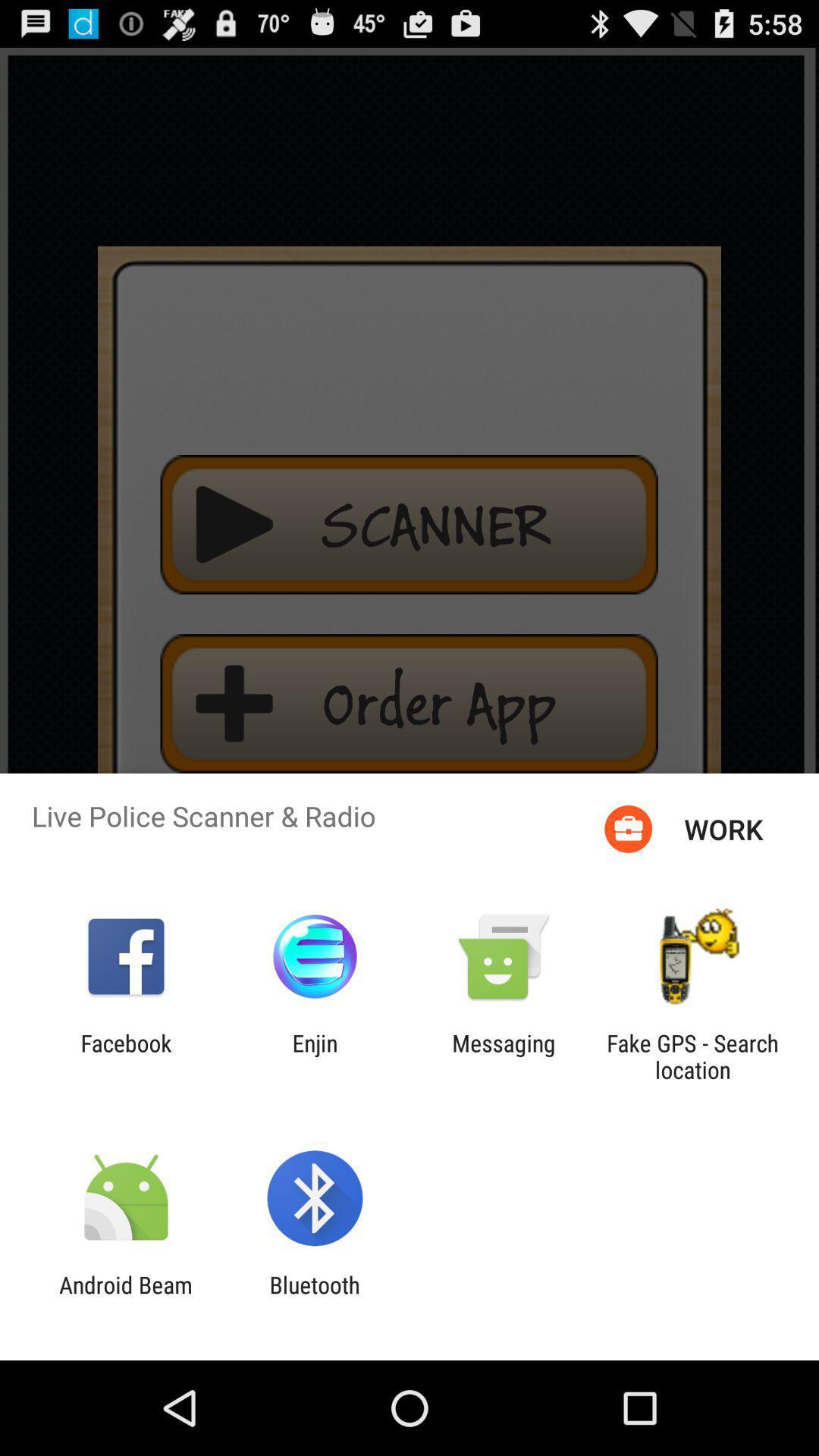 Image resolution: width=819 pixels, height=1456 pixels. I want to click on the item to the left of the bluetooth app, so click(125, 1298).